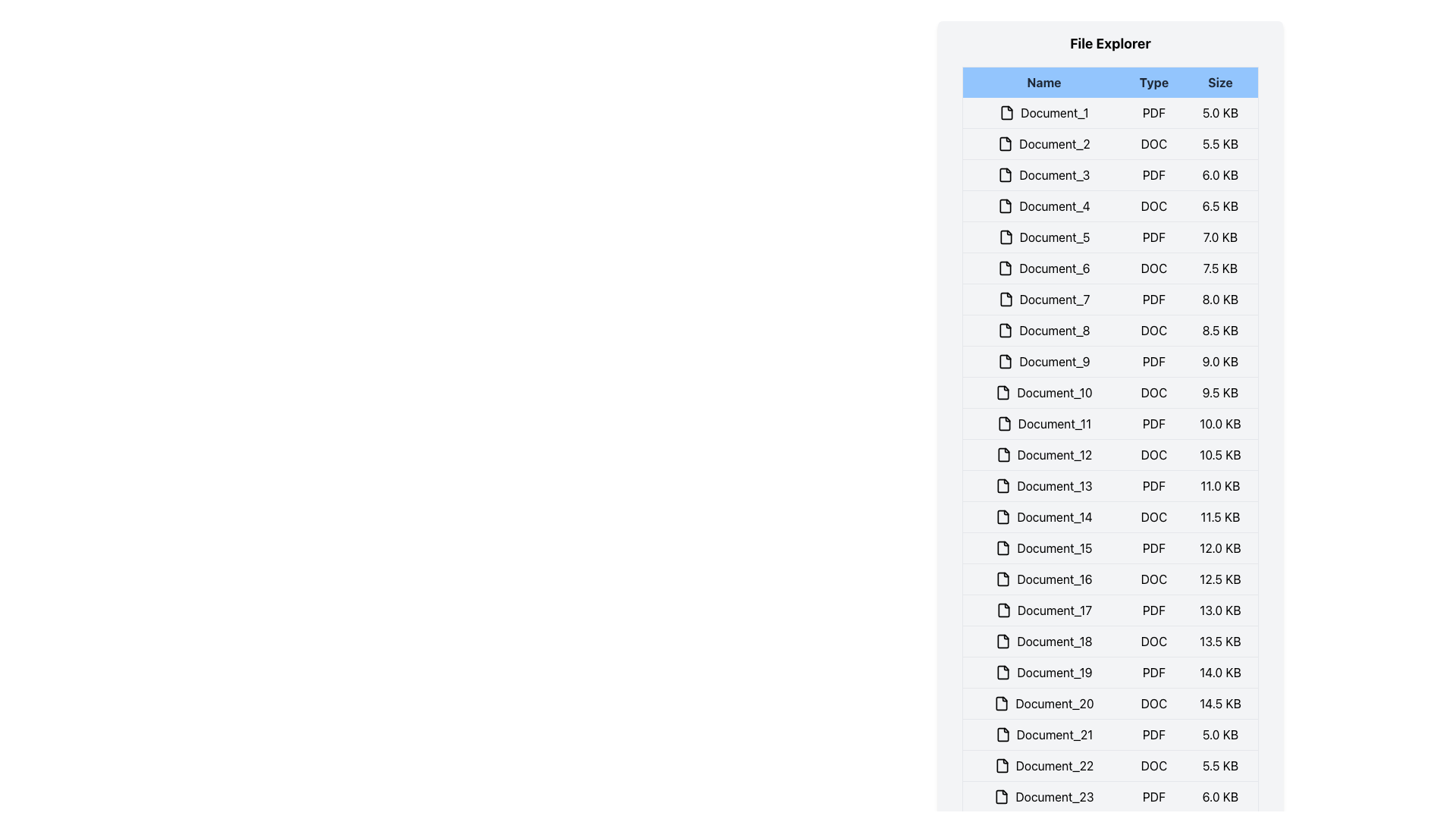  I want to click on the eleventh file entry in the file explorer, so click(1110, 424).